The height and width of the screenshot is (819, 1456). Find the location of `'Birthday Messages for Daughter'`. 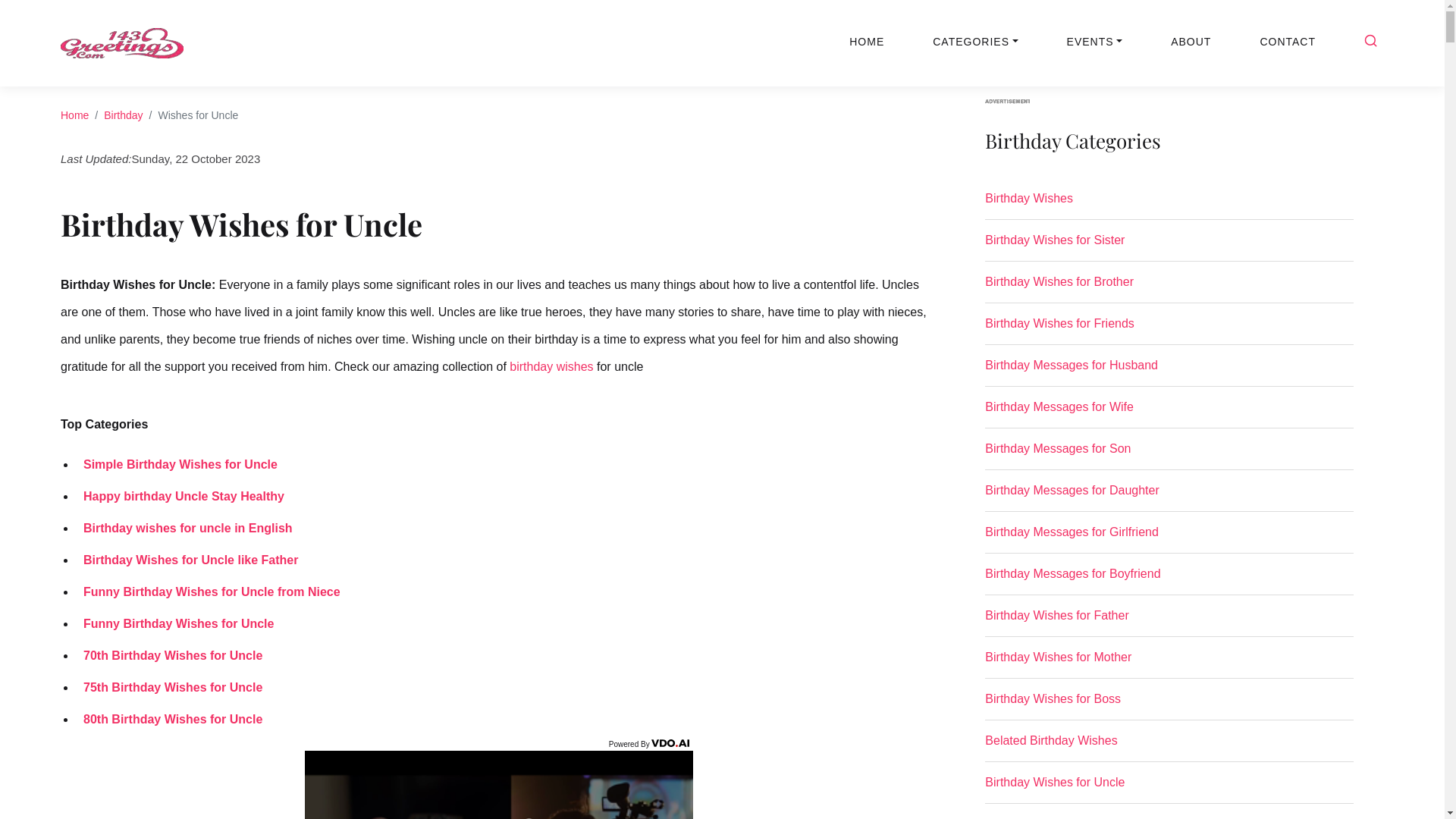

'Birthday Messages for Daughter' is located at coordinates (1168, 497).